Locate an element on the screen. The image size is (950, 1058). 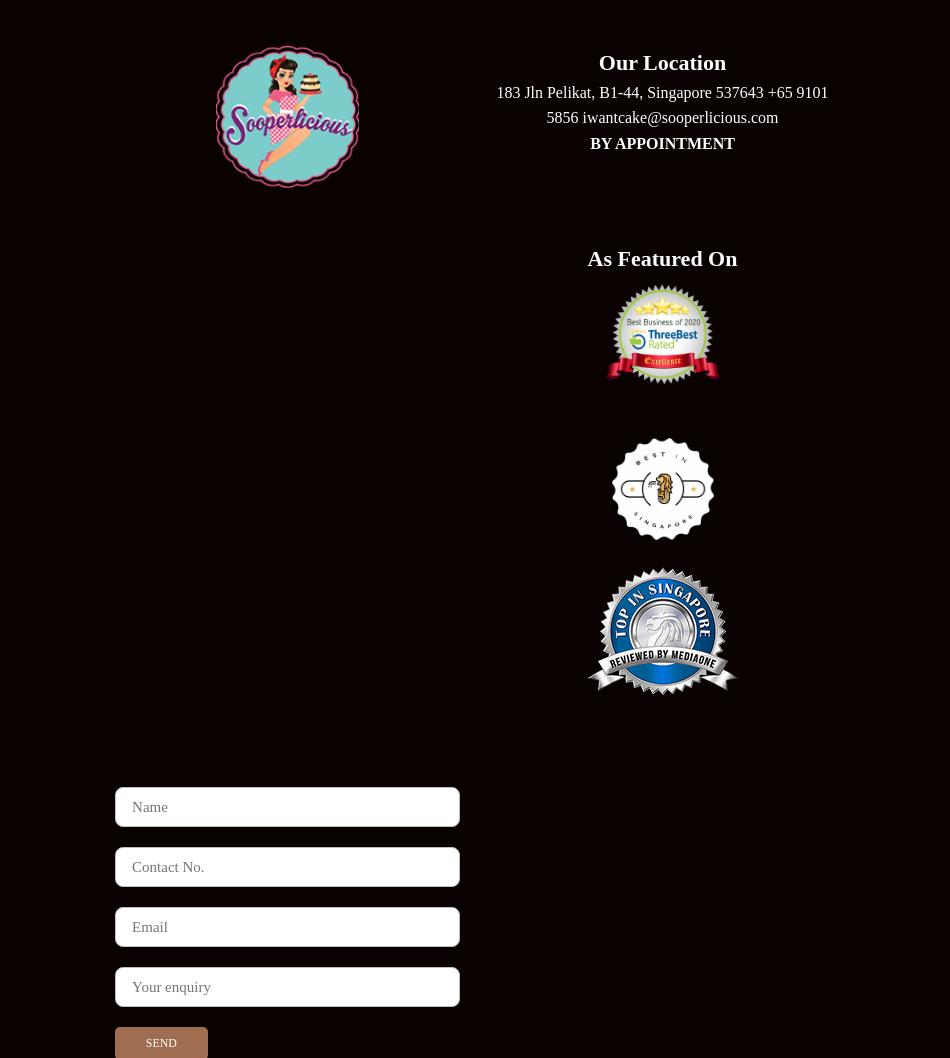
'iwantcake@sooperlicious.com' is located at coordinates (680, 116).